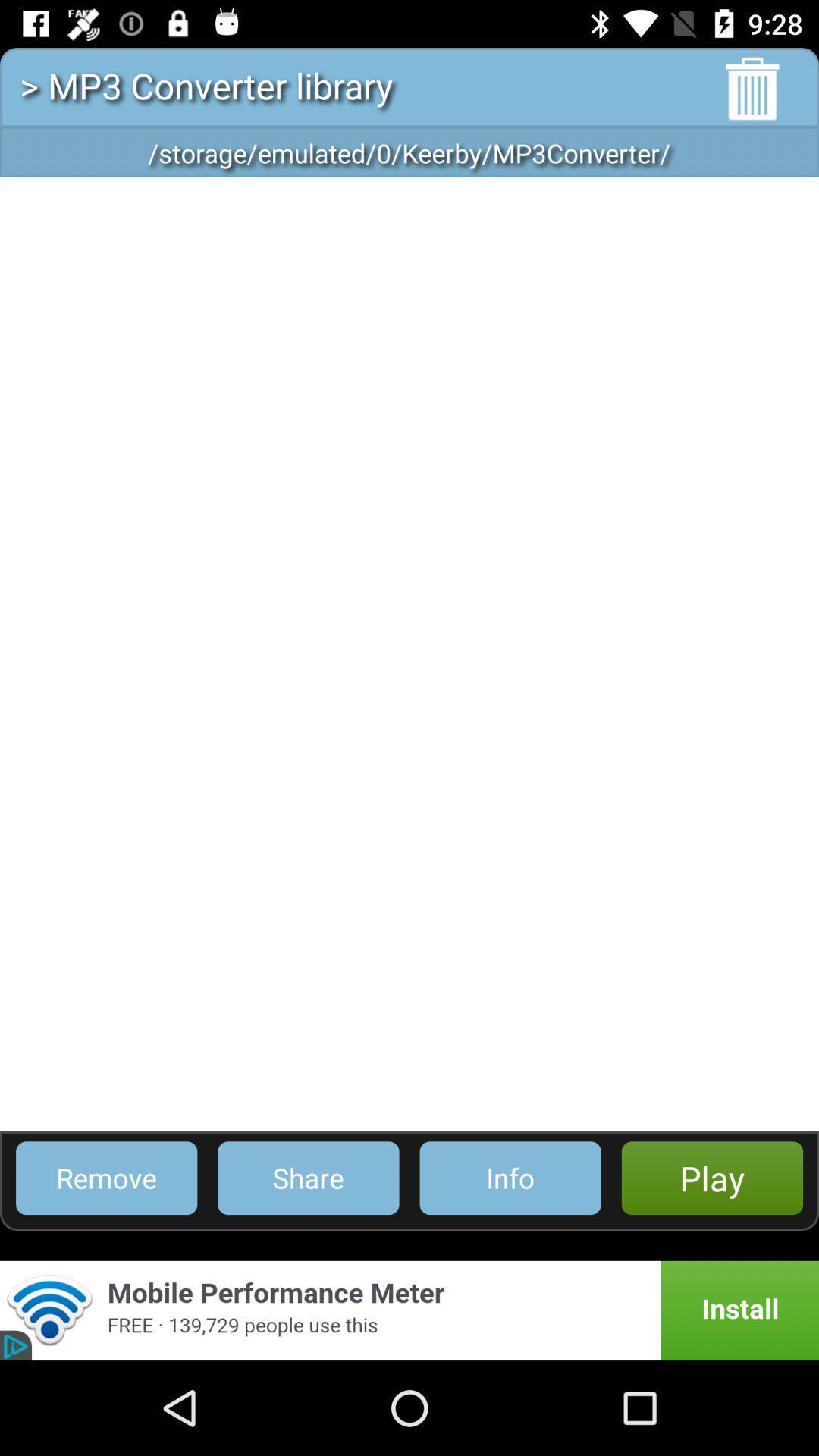 The height and width of the screenshot is (1456, 819). Describe the element at coordinates (307, 1177) in the screenshot. I see `app to the right of the remove icon` at that location.